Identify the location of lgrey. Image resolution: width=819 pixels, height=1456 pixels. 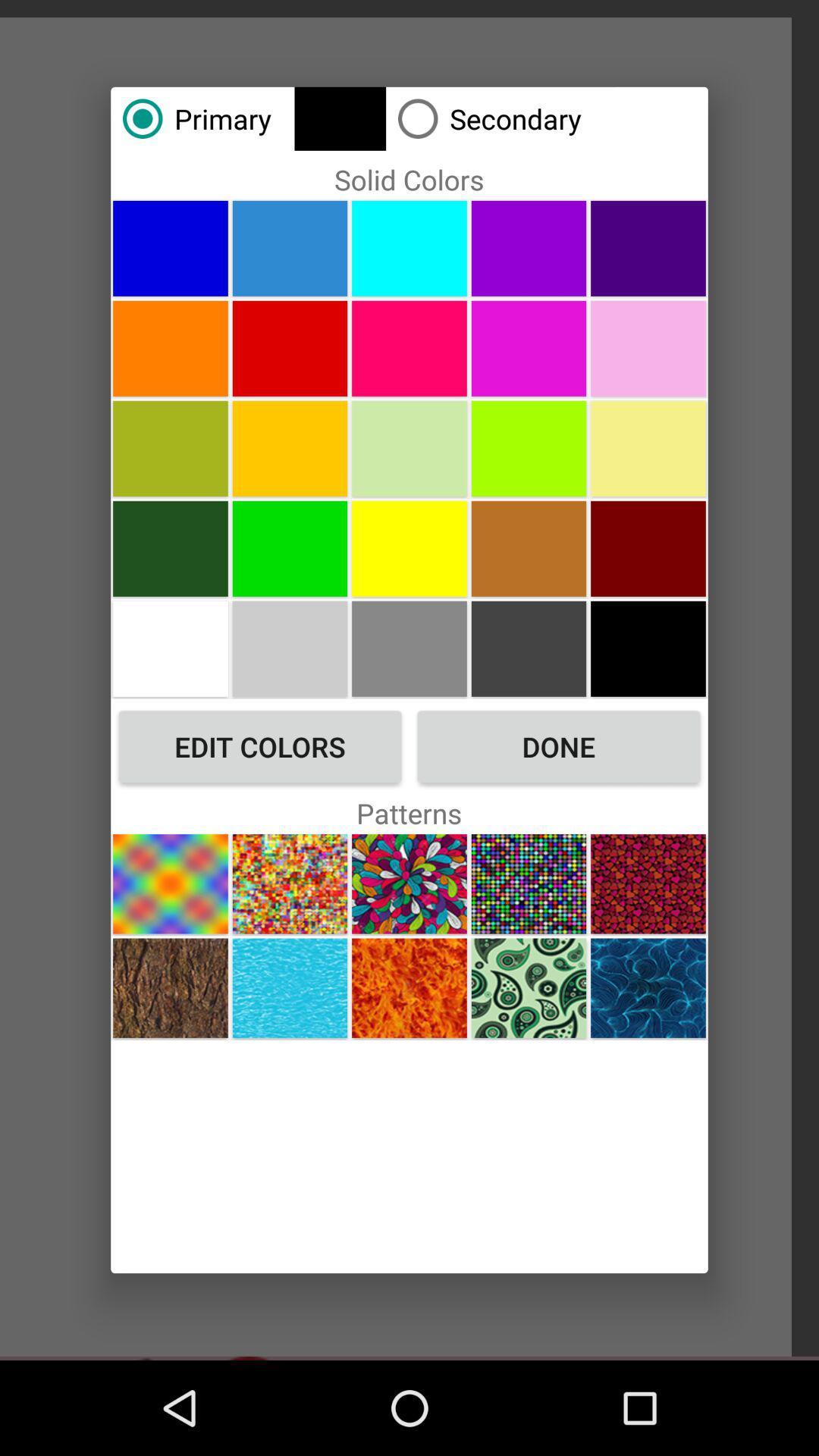
(409, 648).